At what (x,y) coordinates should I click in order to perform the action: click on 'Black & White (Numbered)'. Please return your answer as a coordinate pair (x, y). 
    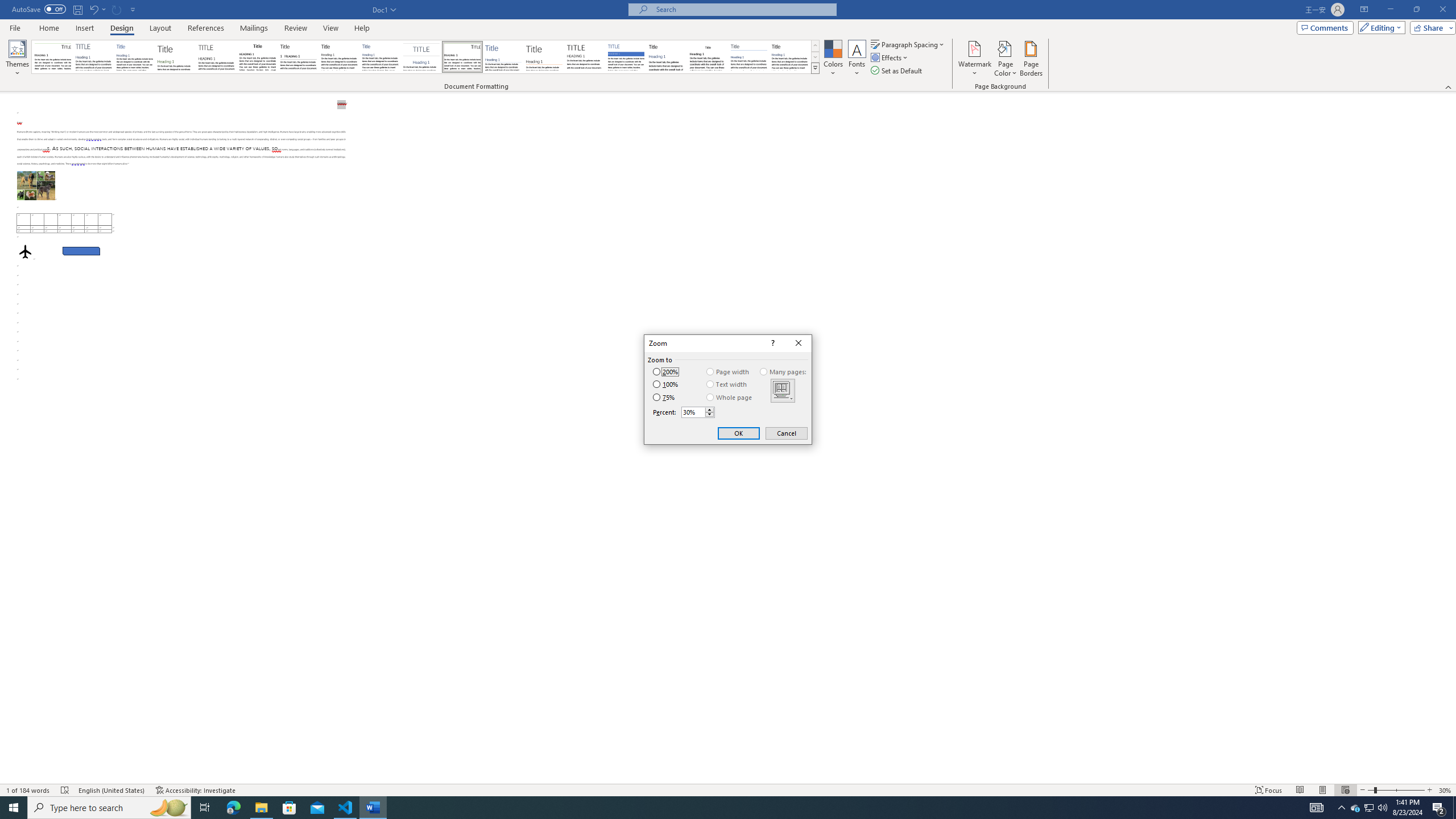
    Looking at the image, I should click on (297, 56).